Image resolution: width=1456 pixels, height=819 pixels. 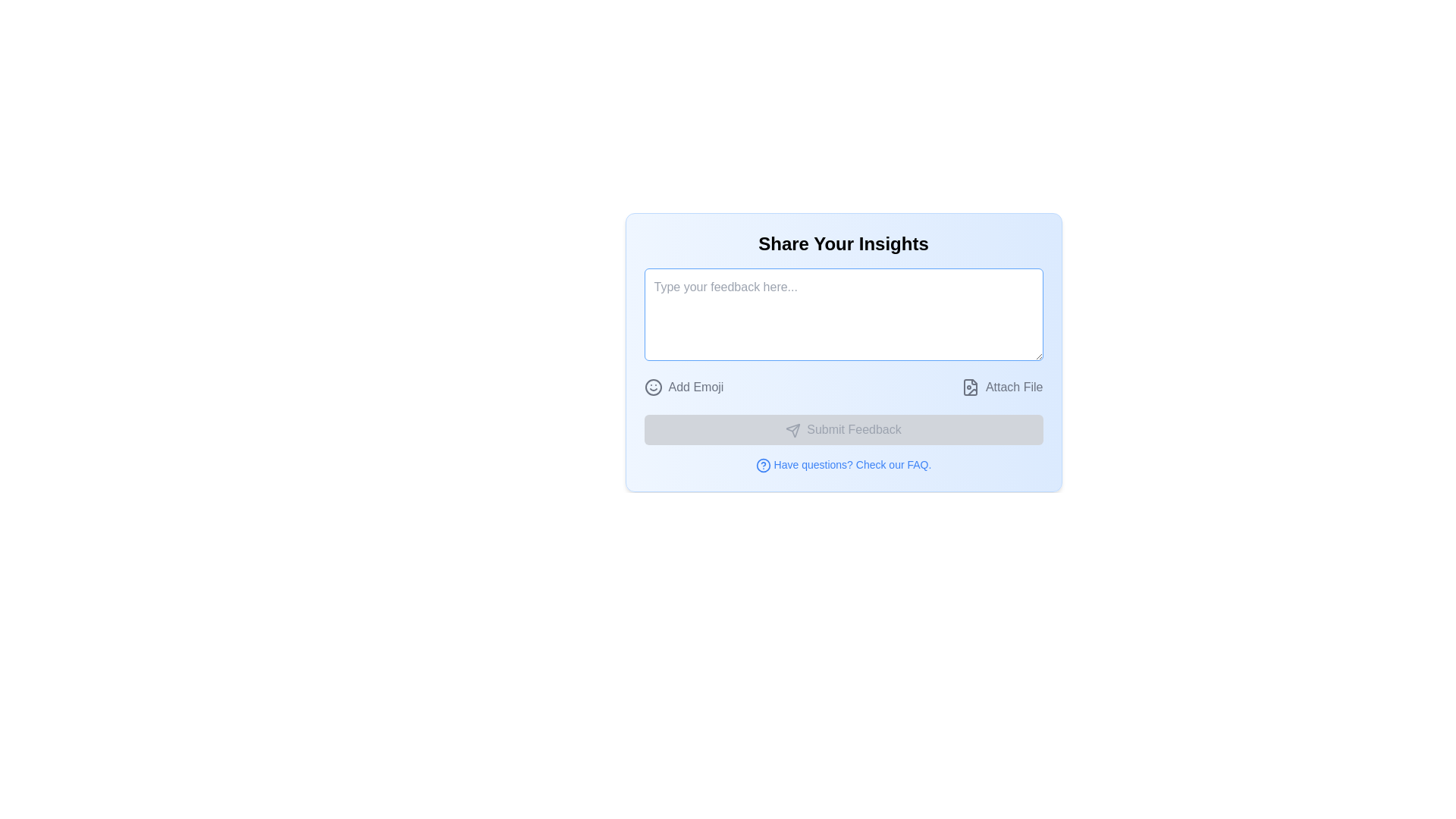 What do you see at coordinates (969, 386) in the screenshot?
I see `the rectangular file or document icon with a subtle border outline` at bounding box center [969, 386].